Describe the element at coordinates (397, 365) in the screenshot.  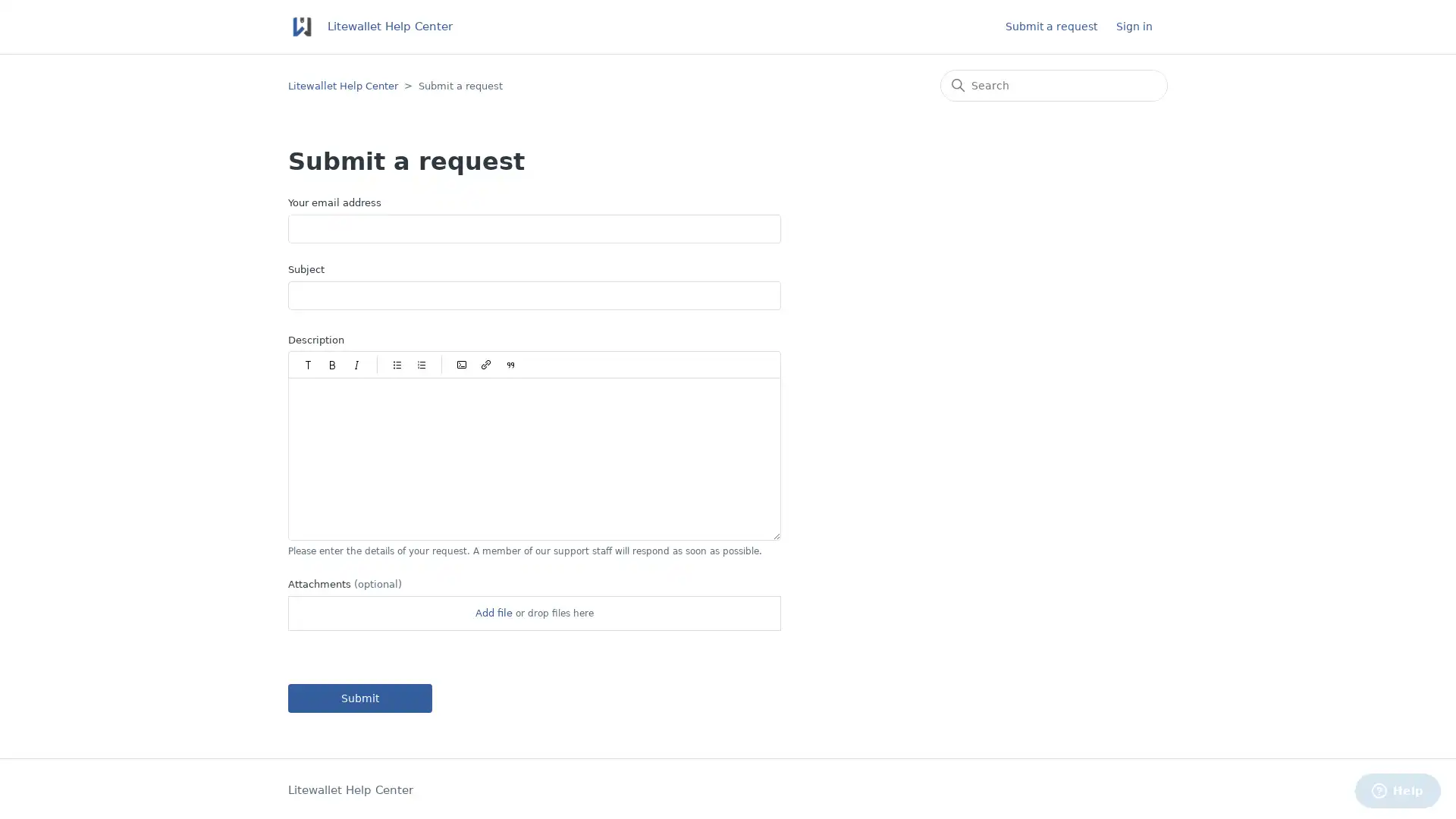
I see `Bulleted list` at that location.